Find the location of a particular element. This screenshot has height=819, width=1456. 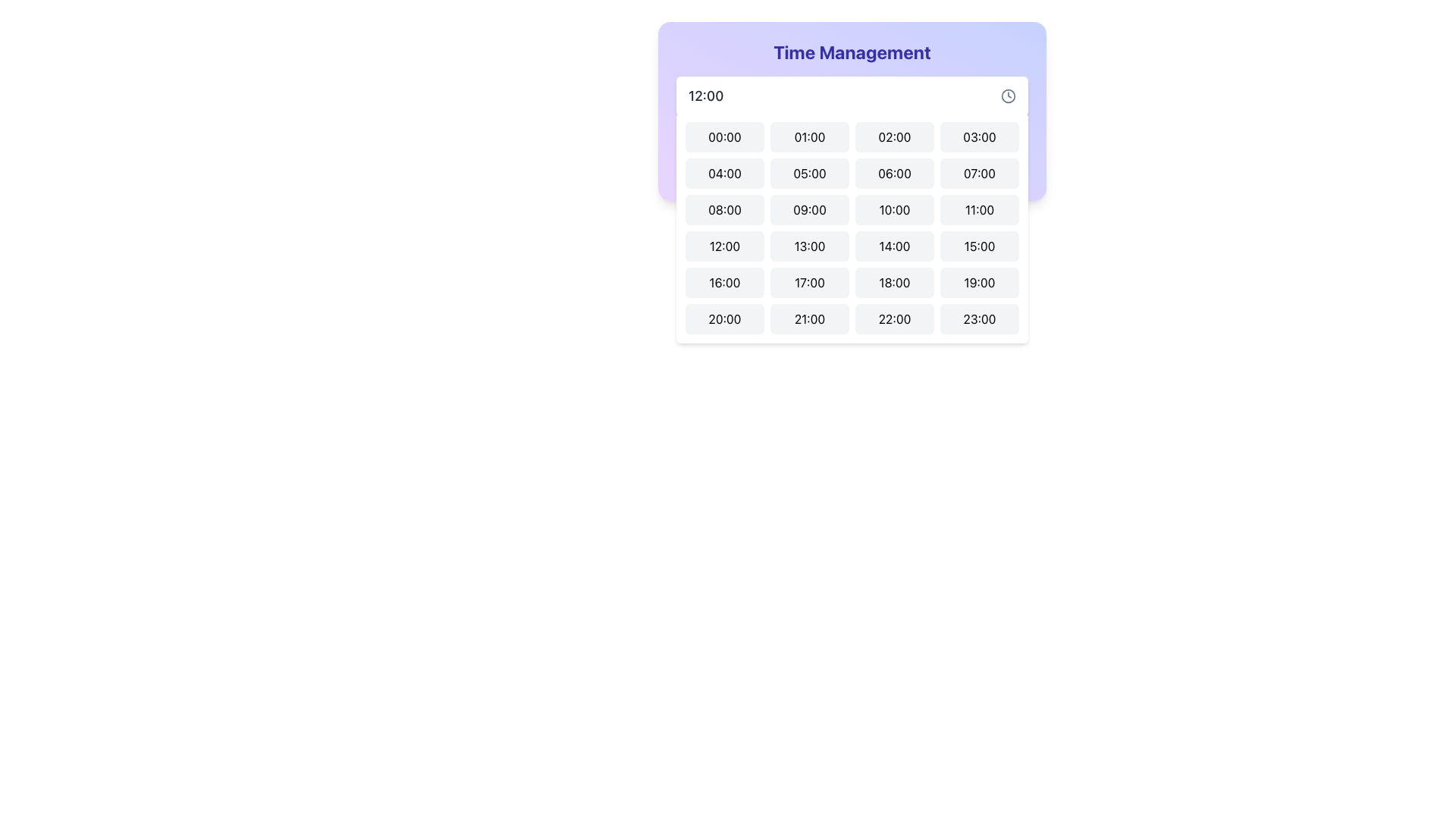

the '15:00' time selection button located in the fourth column of the fourth row within the time options grid to confirm the selection is located at coordinates (979, 245).